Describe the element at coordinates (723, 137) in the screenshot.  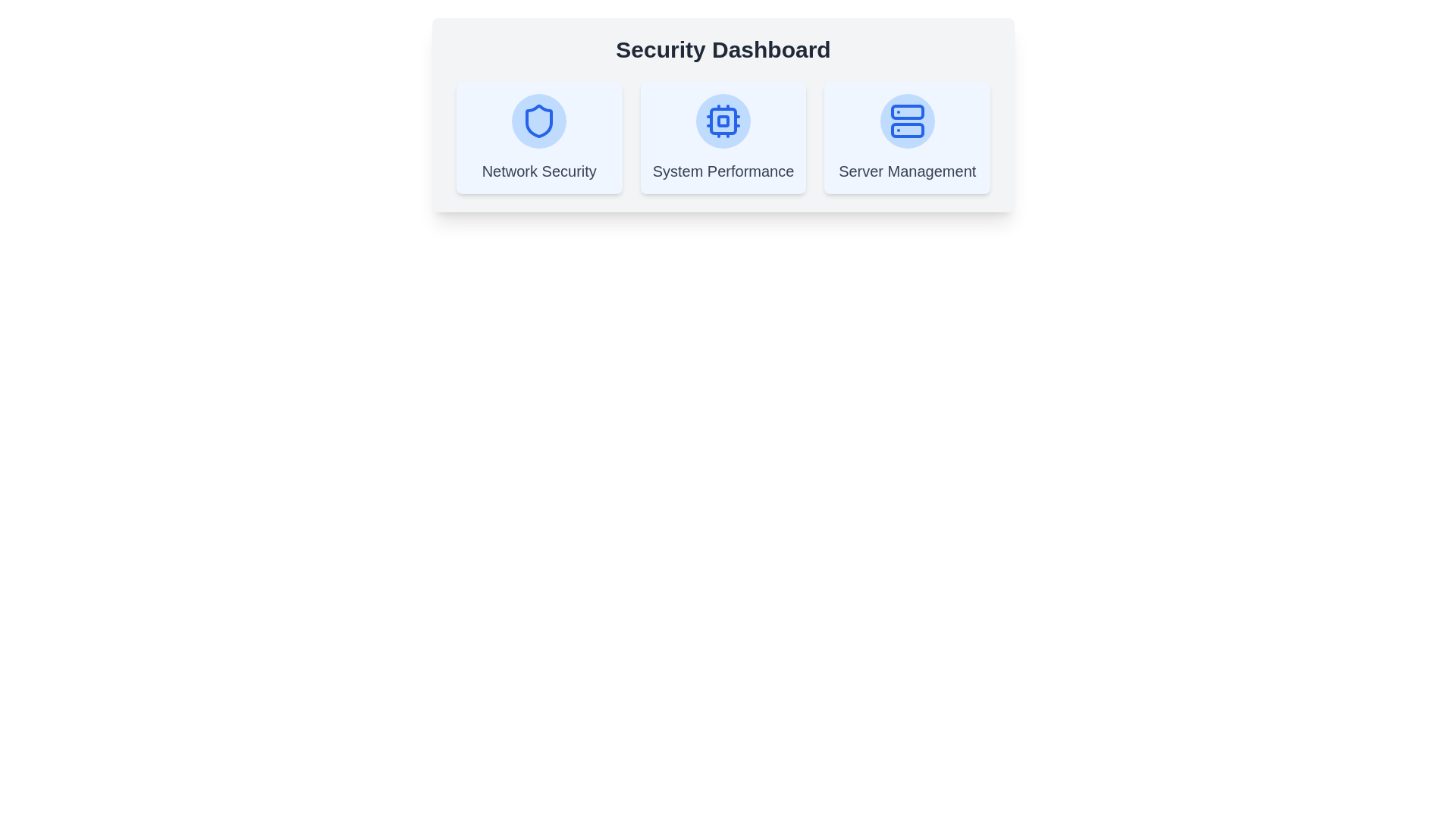
I see `the middle Informative card in the Security Dashboard that provides information about monitoring and optimizing system performance` at that location.